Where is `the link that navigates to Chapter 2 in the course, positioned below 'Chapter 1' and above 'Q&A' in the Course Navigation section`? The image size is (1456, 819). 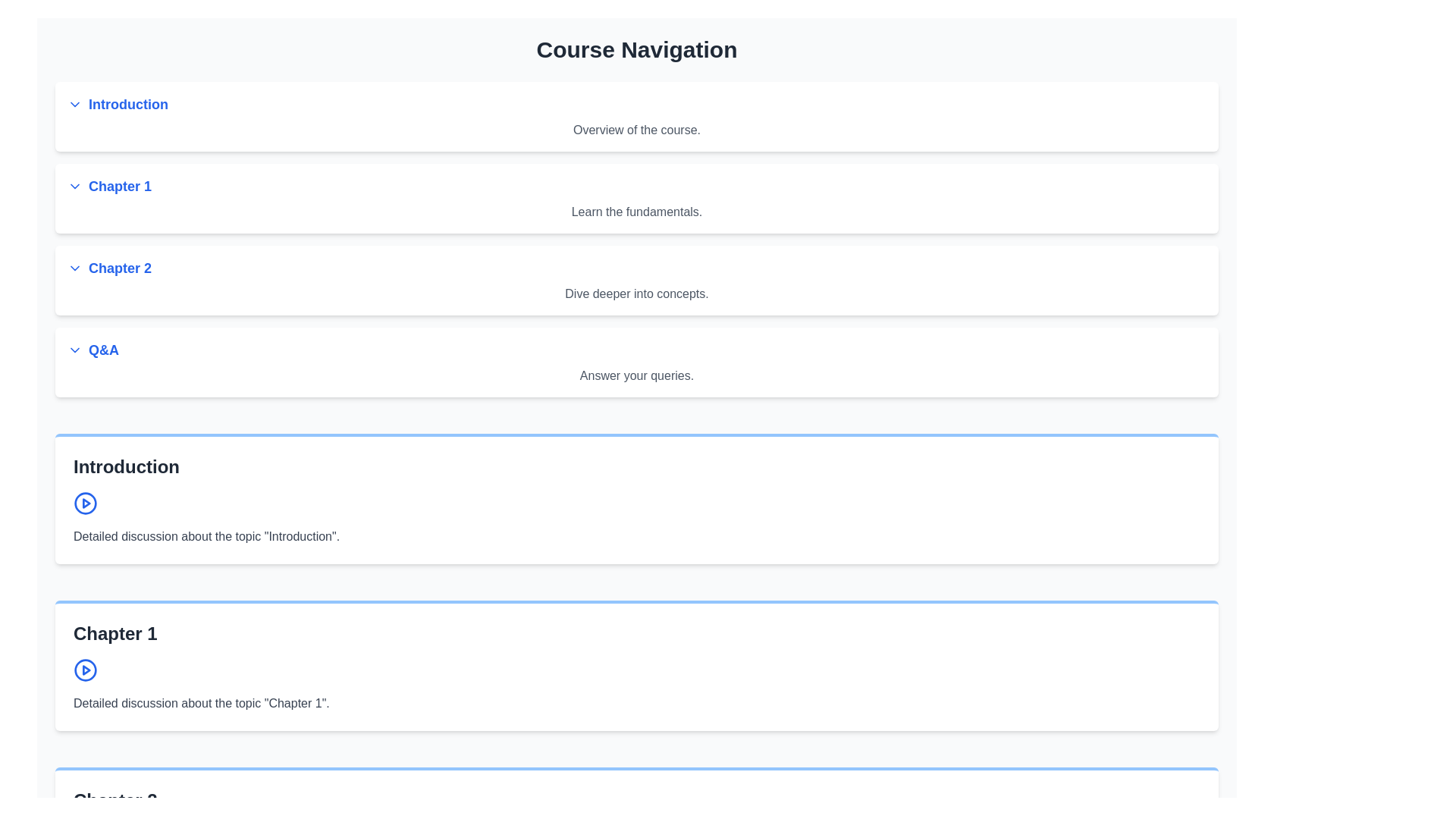 the link that navigates to Chapter 2 in the course, positioned below 'Chapter 1' and above 'Q&A' in the Course Navigation section is located at coordinates (637, 268).